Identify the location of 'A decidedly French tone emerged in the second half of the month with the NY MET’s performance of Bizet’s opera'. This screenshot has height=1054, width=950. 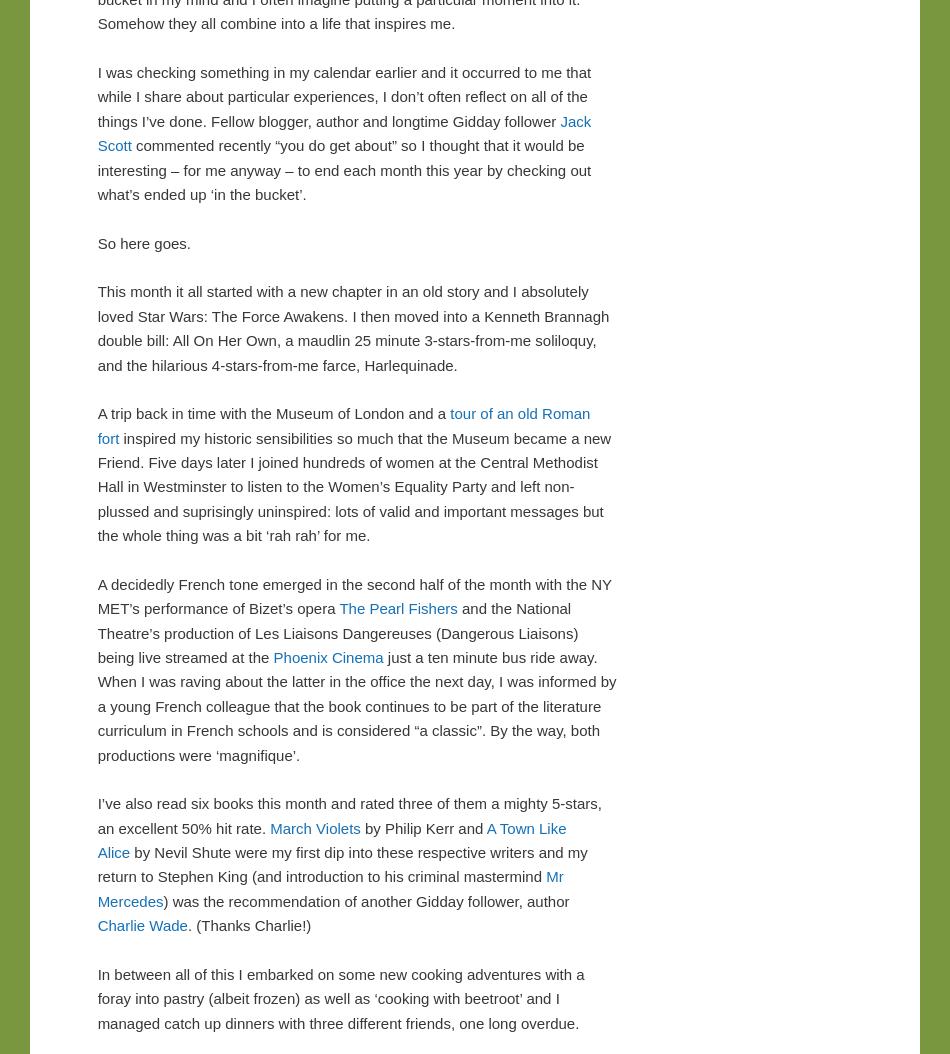
(352, 595).